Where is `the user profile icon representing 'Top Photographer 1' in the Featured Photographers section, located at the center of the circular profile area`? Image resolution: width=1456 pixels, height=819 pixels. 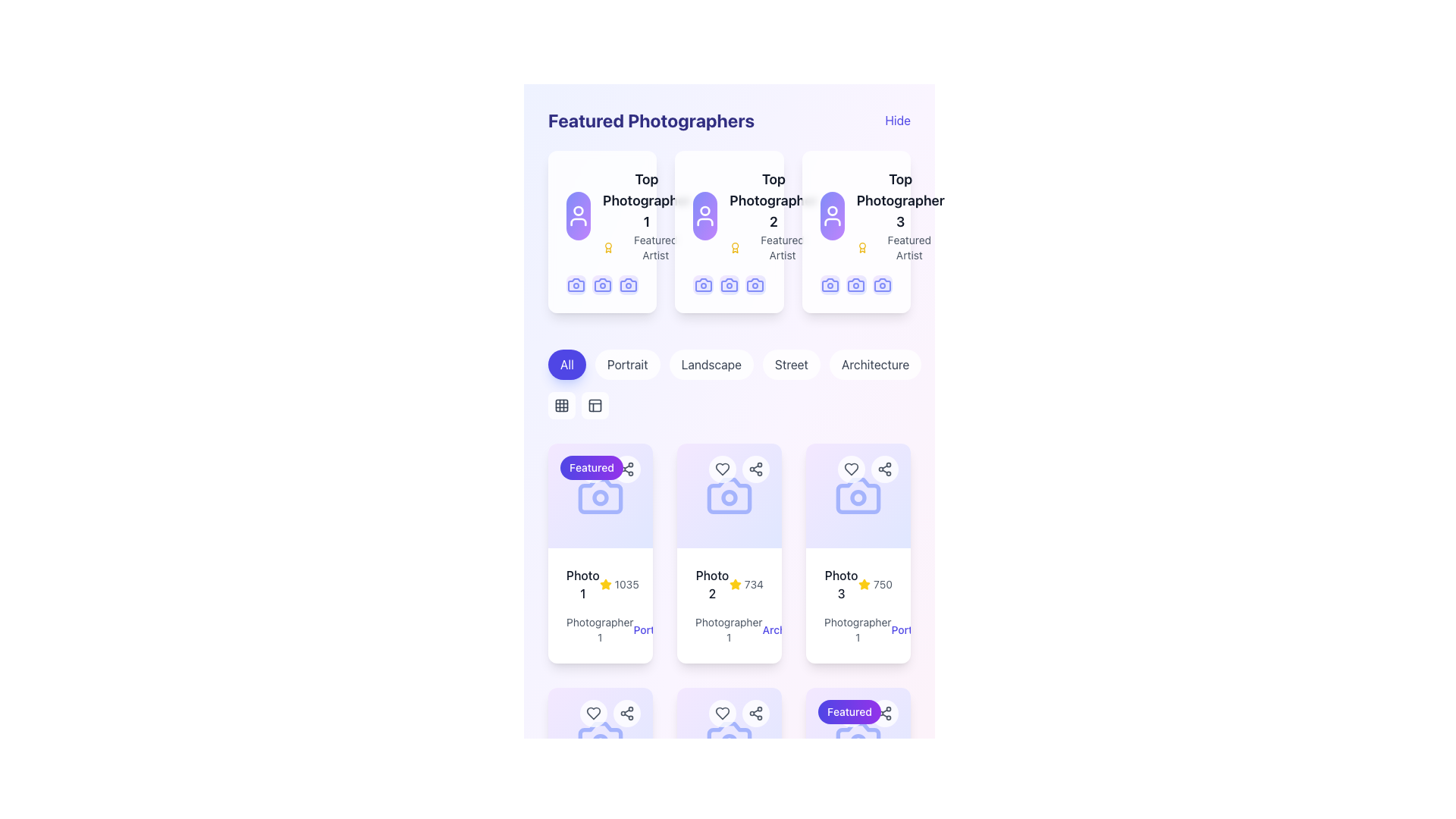
the user profile icon representing 'Top Photographer 1' in the Featured Photographers section, located at the center of the circular profile area is located at coordinates (578, 216).